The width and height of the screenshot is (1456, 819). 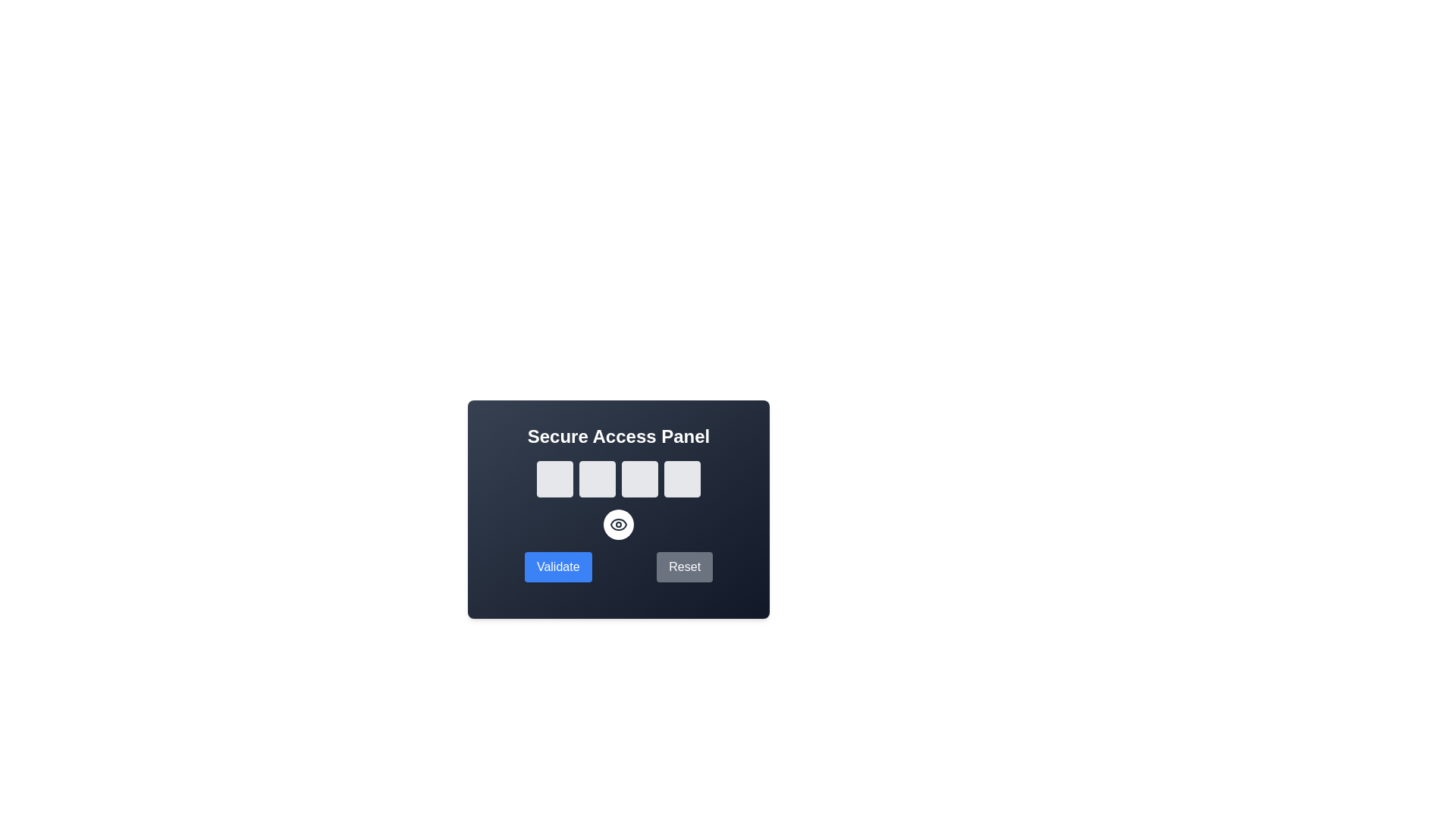 I want to click on the reset button located at the bottom-right part of the central interface, positioned to the right of the 'Validate' button, through keyboard navigation, so click(x=684, y=567).